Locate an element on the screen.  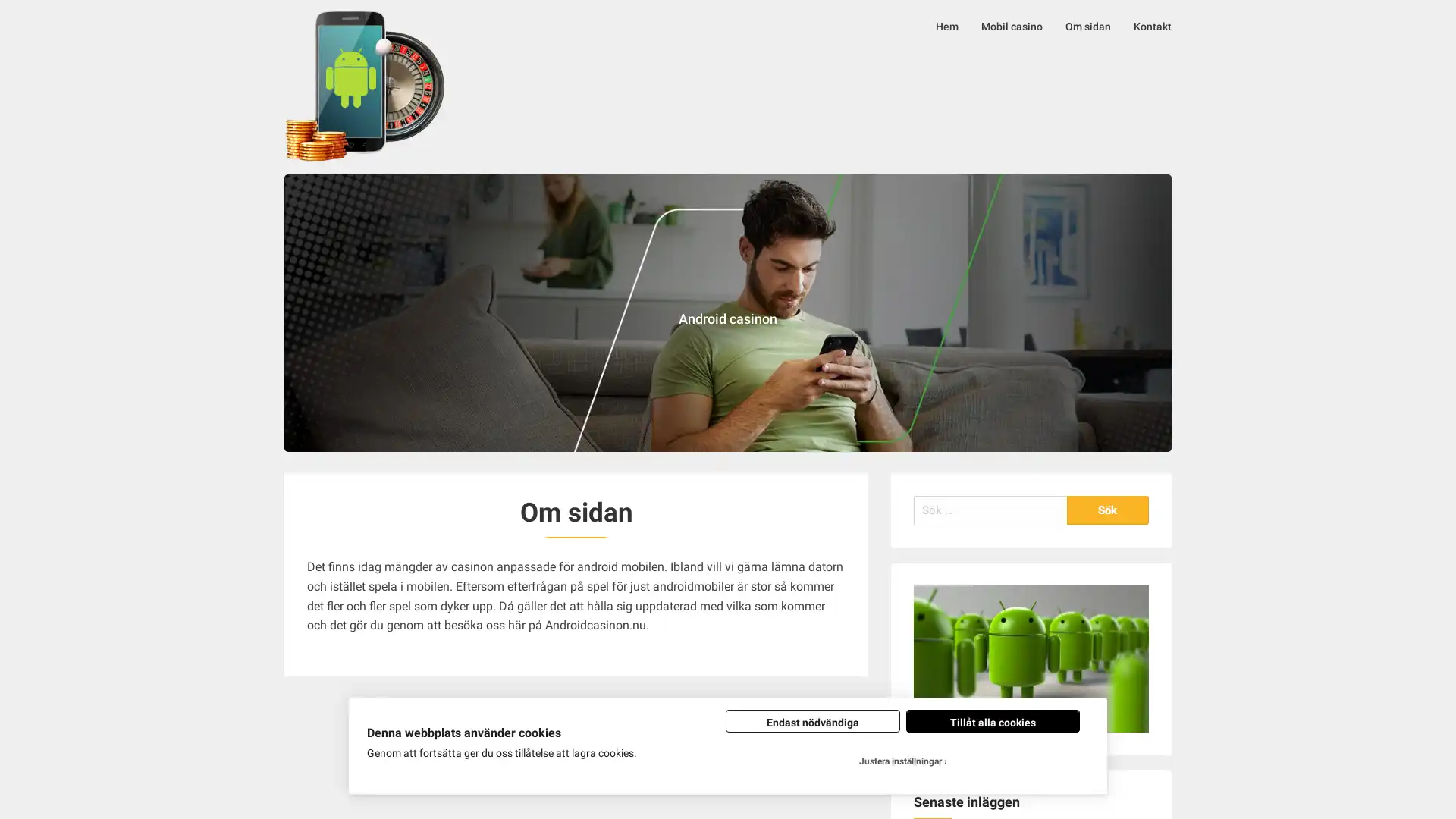
Justera installningar is located at coordinates (902, 760).